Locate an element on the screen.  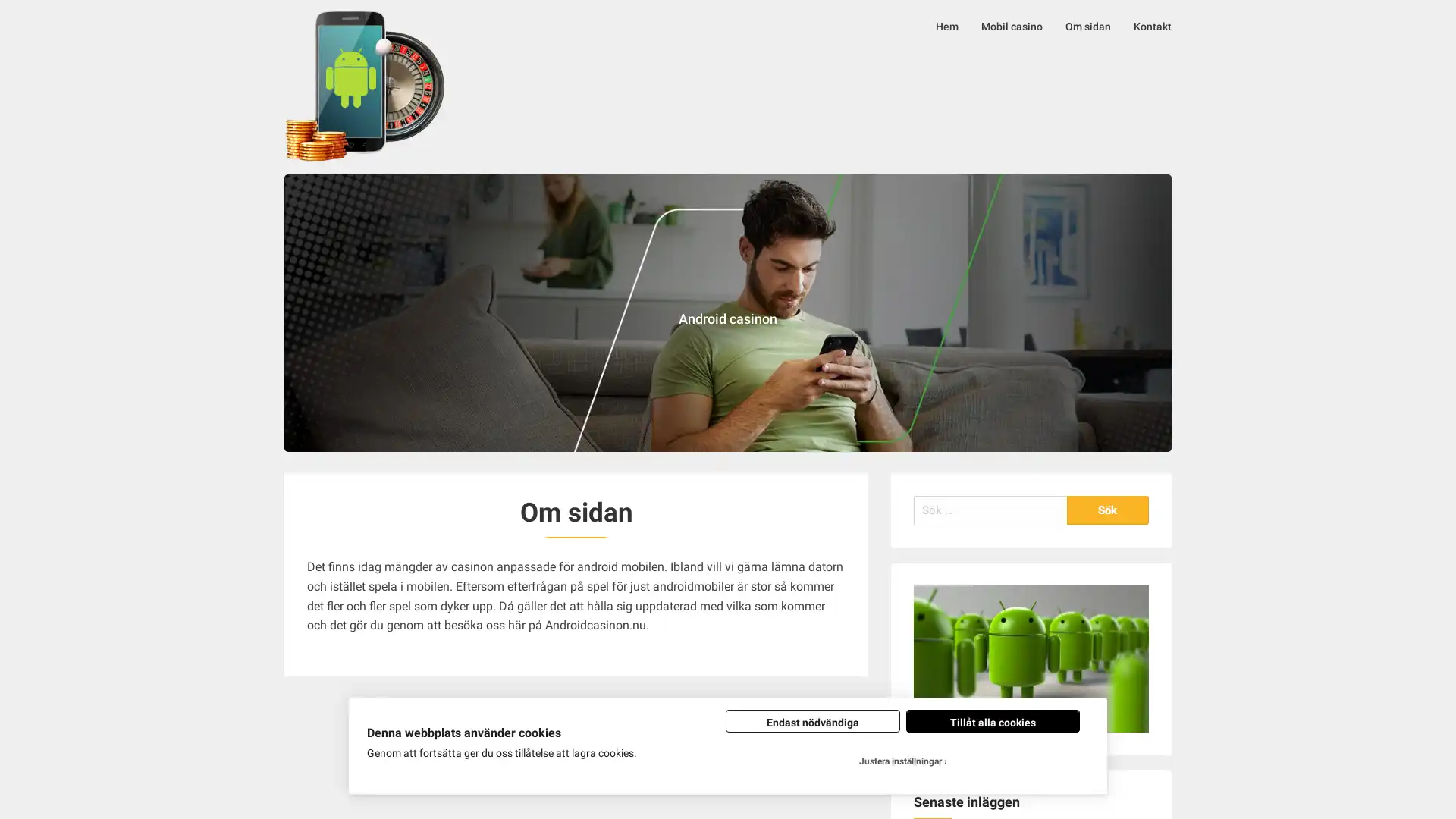
Justera installningar is located at coordinates (902, 760).